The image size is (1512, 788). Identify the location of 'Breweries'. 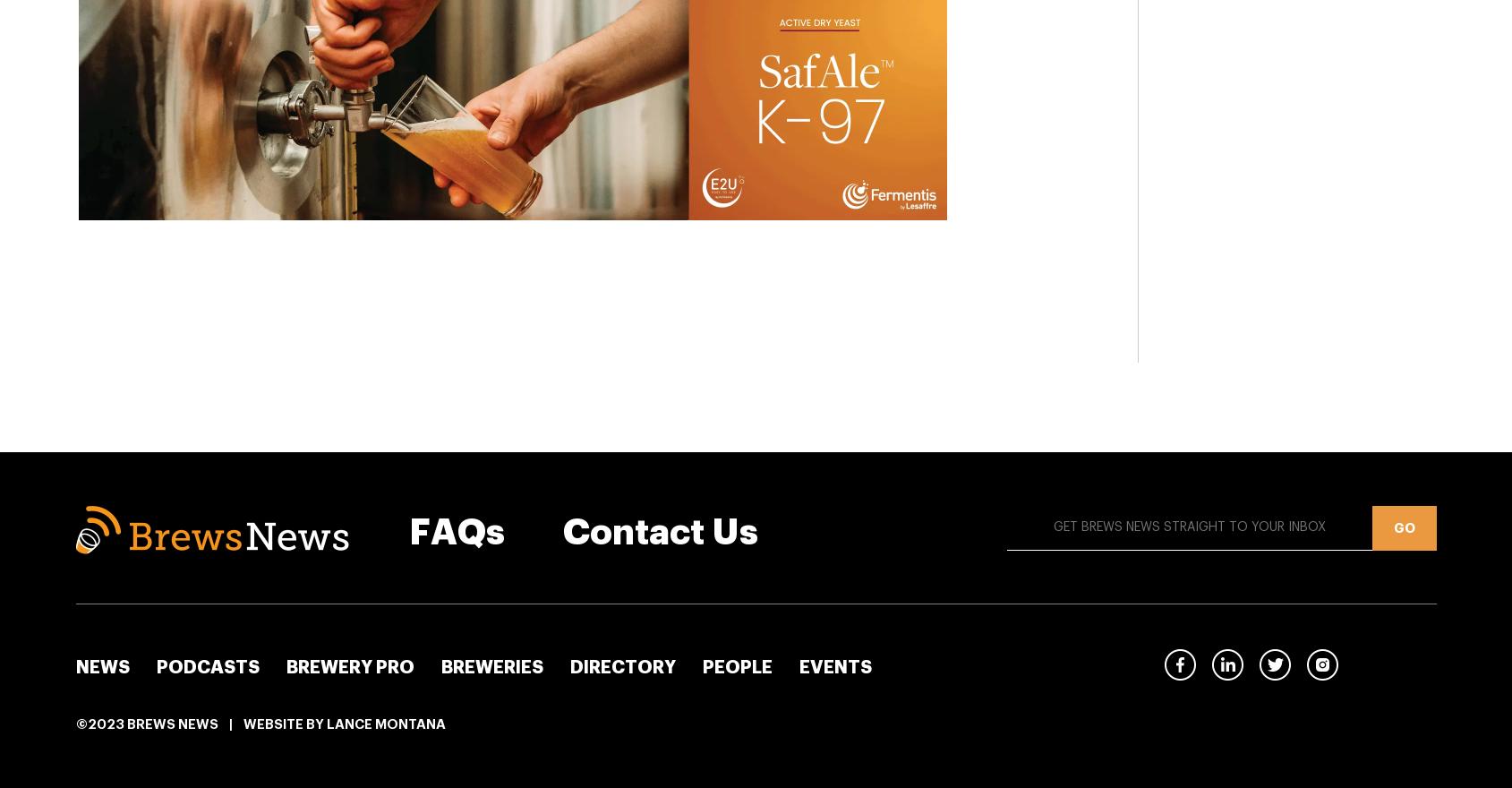
(440, 666).